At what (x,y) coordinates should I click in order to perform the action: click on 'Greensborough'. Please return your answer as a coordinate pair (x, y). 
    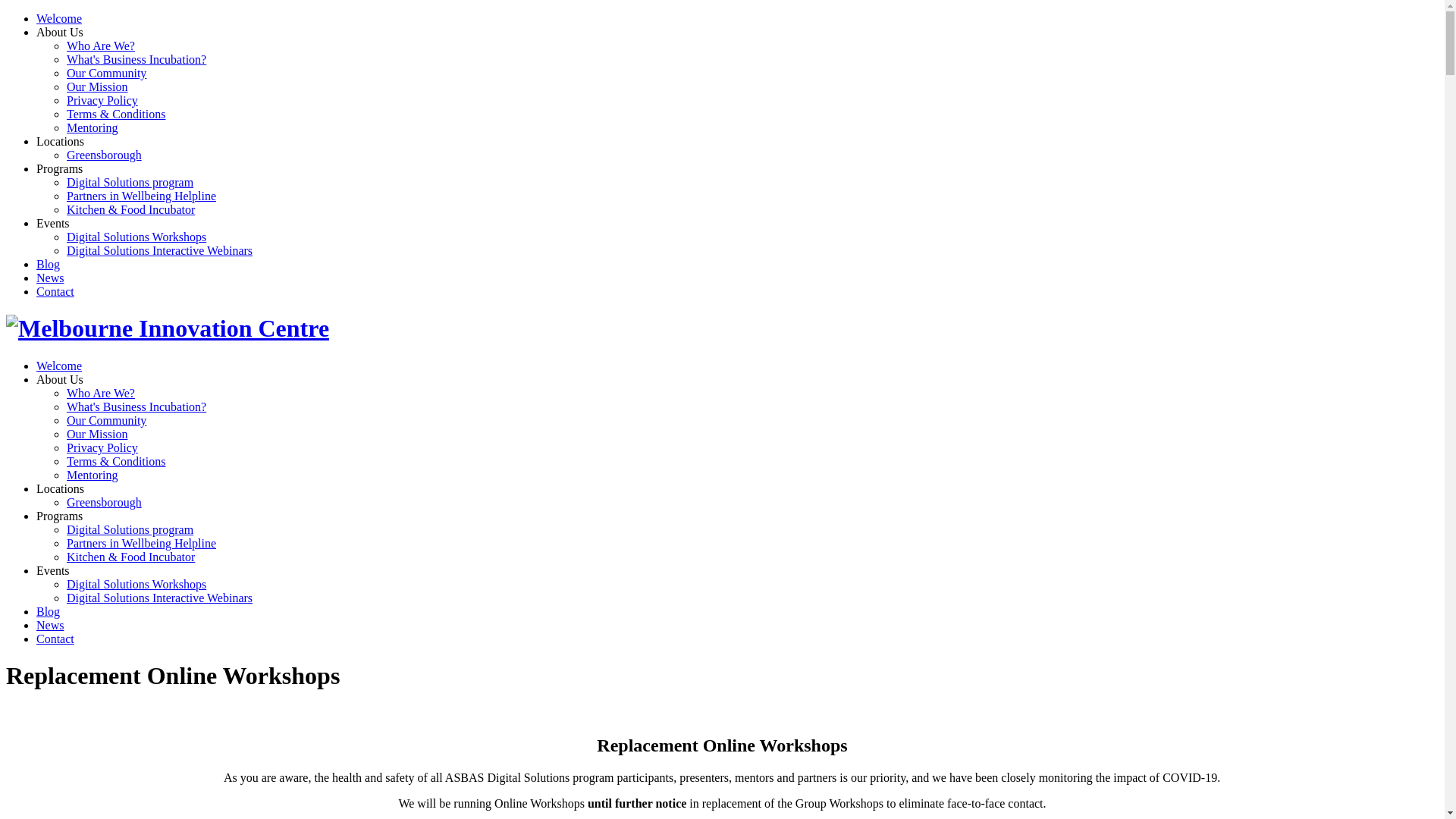
    Looking at the image, I should click on (103, 155).